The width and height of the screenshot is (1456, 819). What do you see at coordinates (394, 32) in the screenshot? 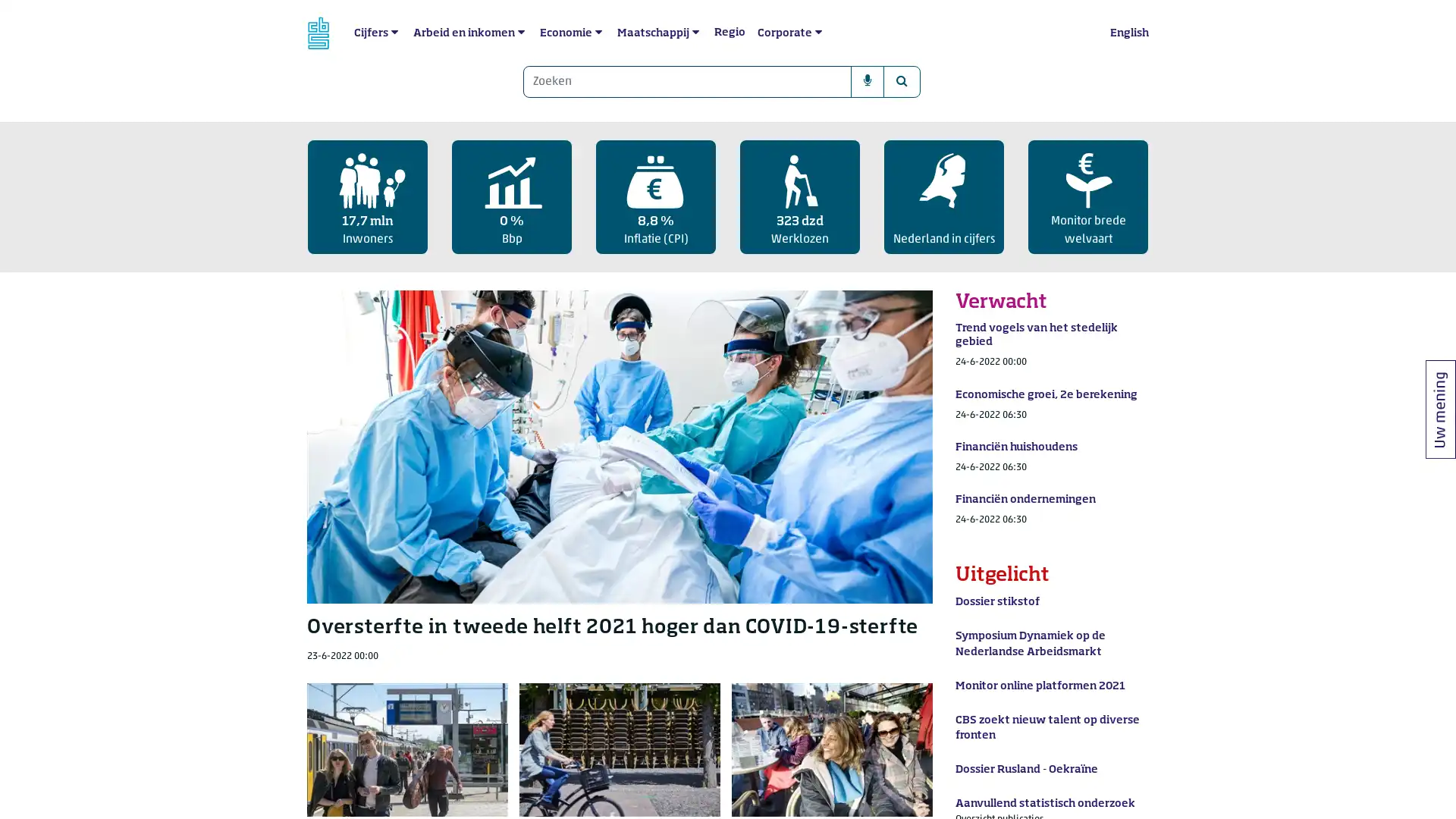
I see `submenu Cijfers` at bounding box center [394, 32].